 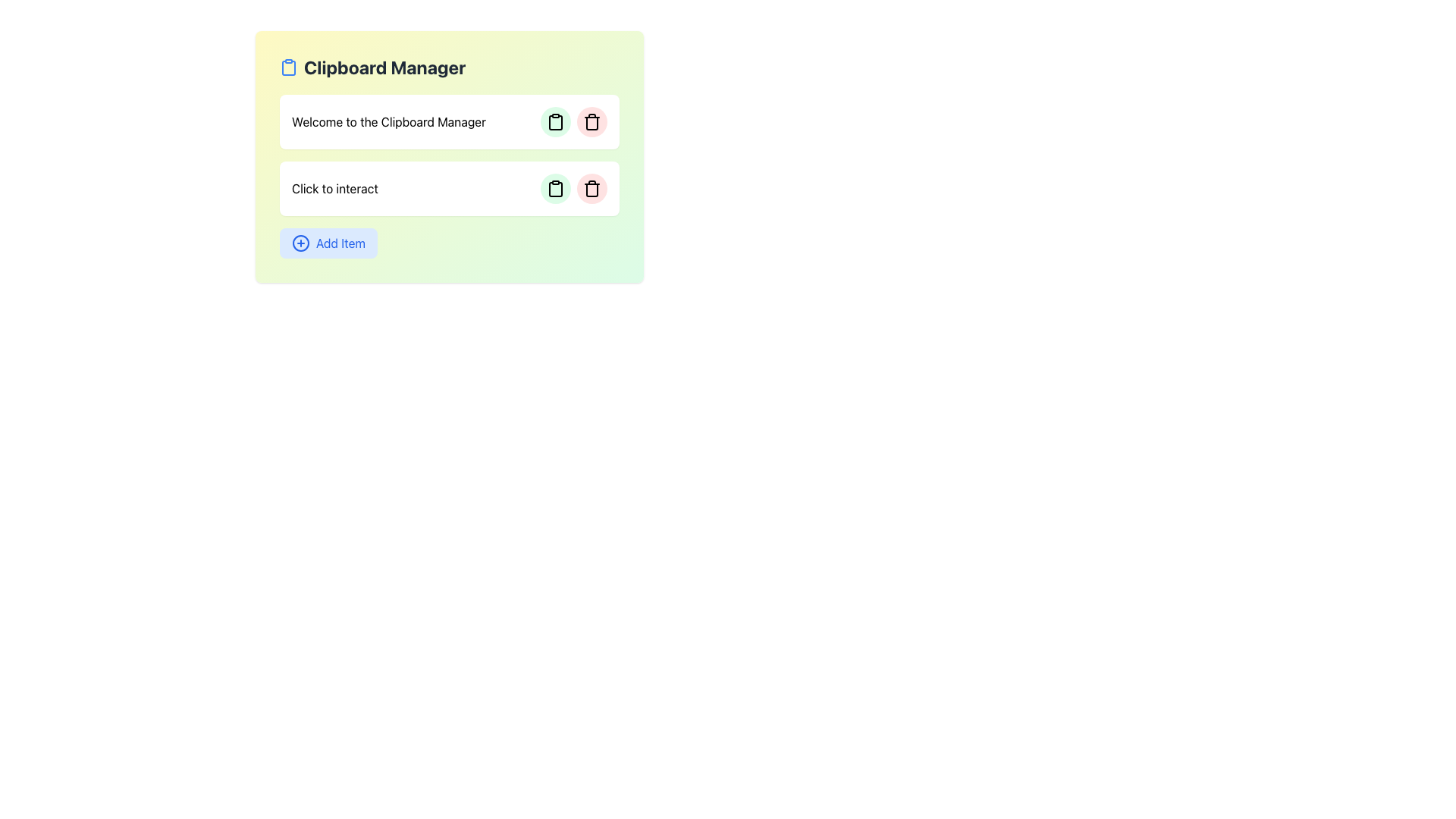 What do you see at coordinates (555, 121) in the screenshot?
I see `the clipboard icon button, which is visually distinct with a green circular background and located on the right side of the first listed item` at bounding box center [555, 121].